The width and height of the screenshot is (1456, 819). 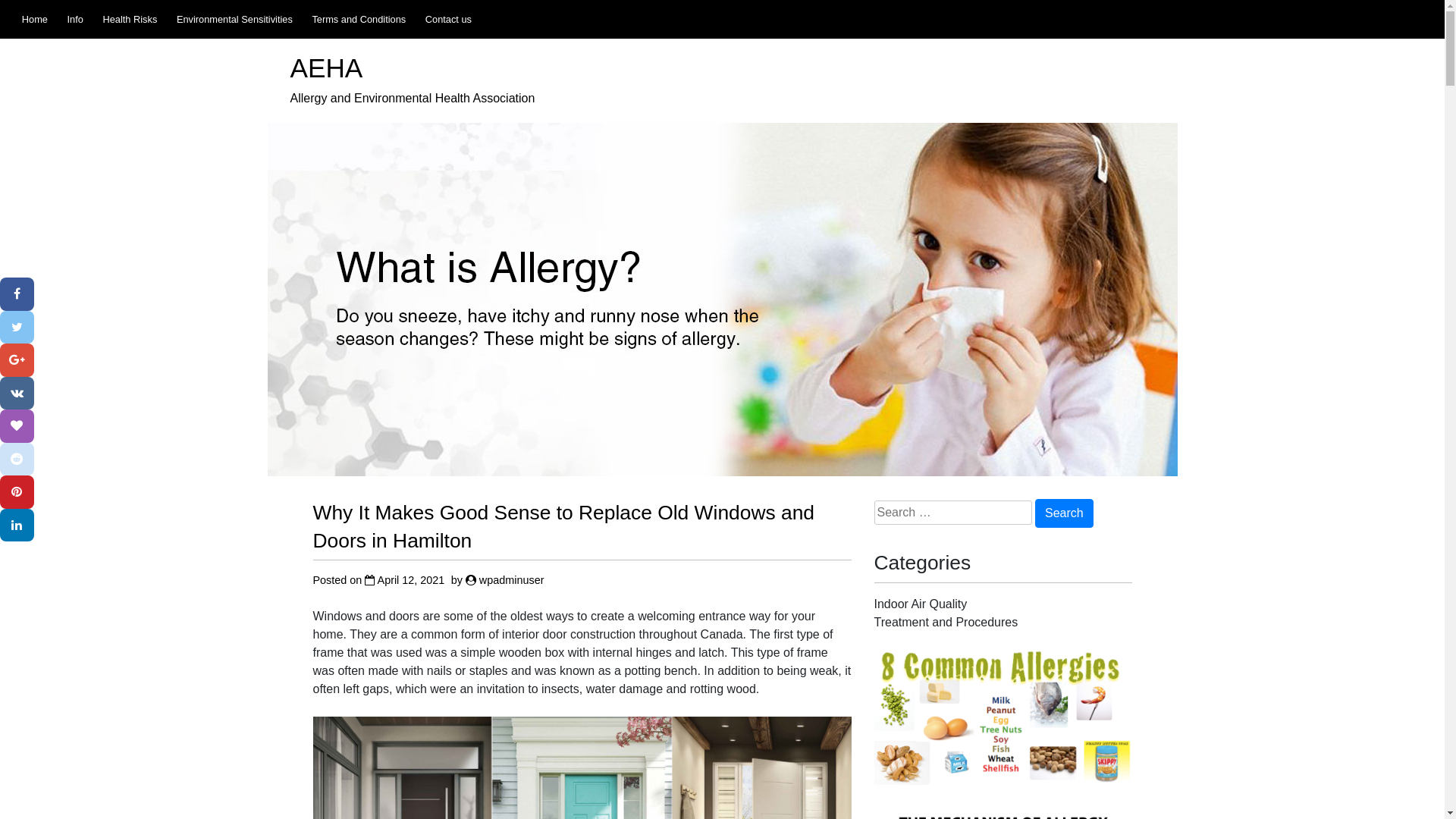 What do you see at coordinates (17, 393) in the screenshot?
I see `'VKontakte'` at bounding box center [17, 393].